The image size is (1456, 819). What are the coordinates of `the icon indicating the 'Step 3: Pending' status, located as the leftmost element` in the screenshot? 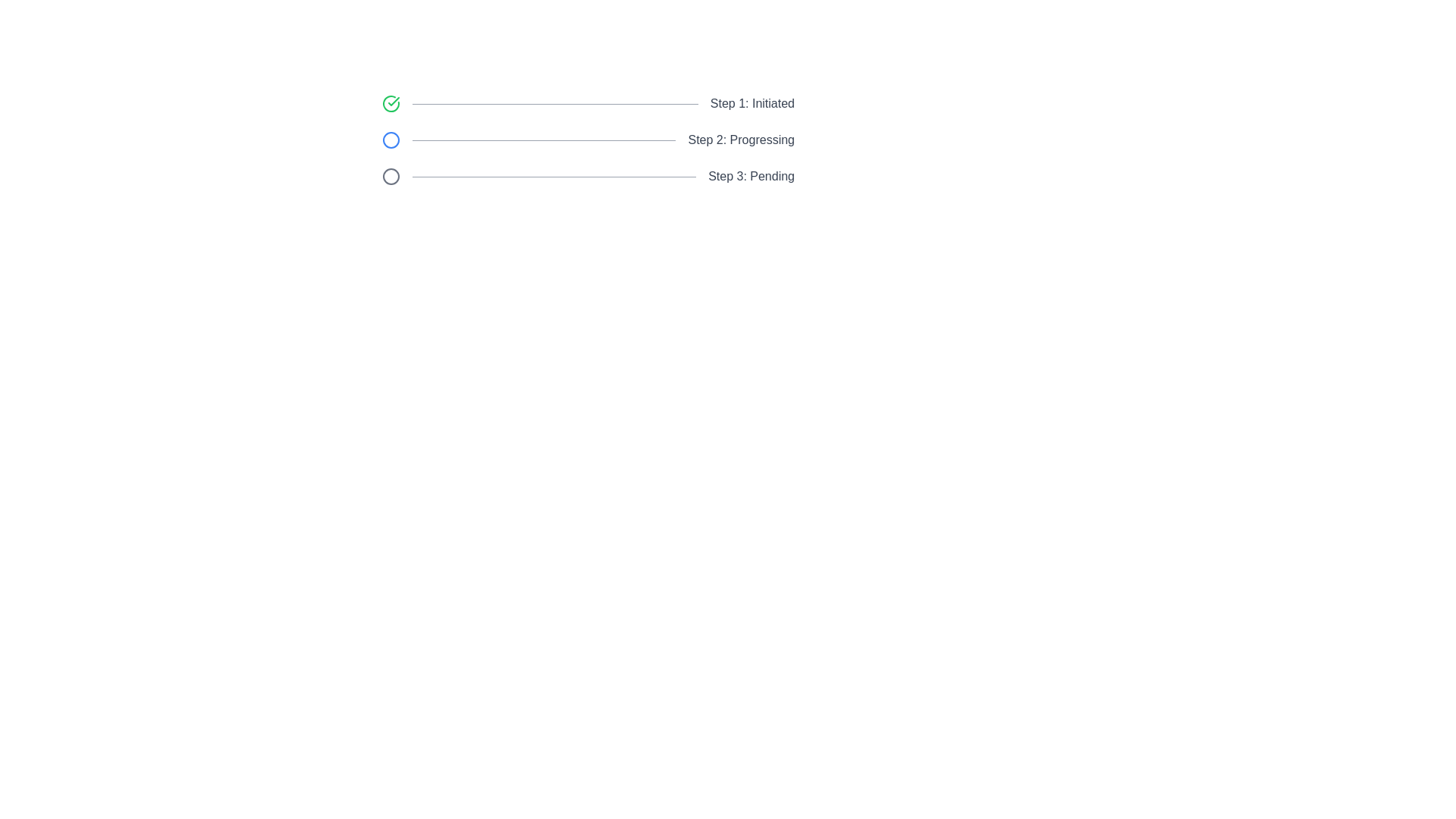 It's located at (391, 175).